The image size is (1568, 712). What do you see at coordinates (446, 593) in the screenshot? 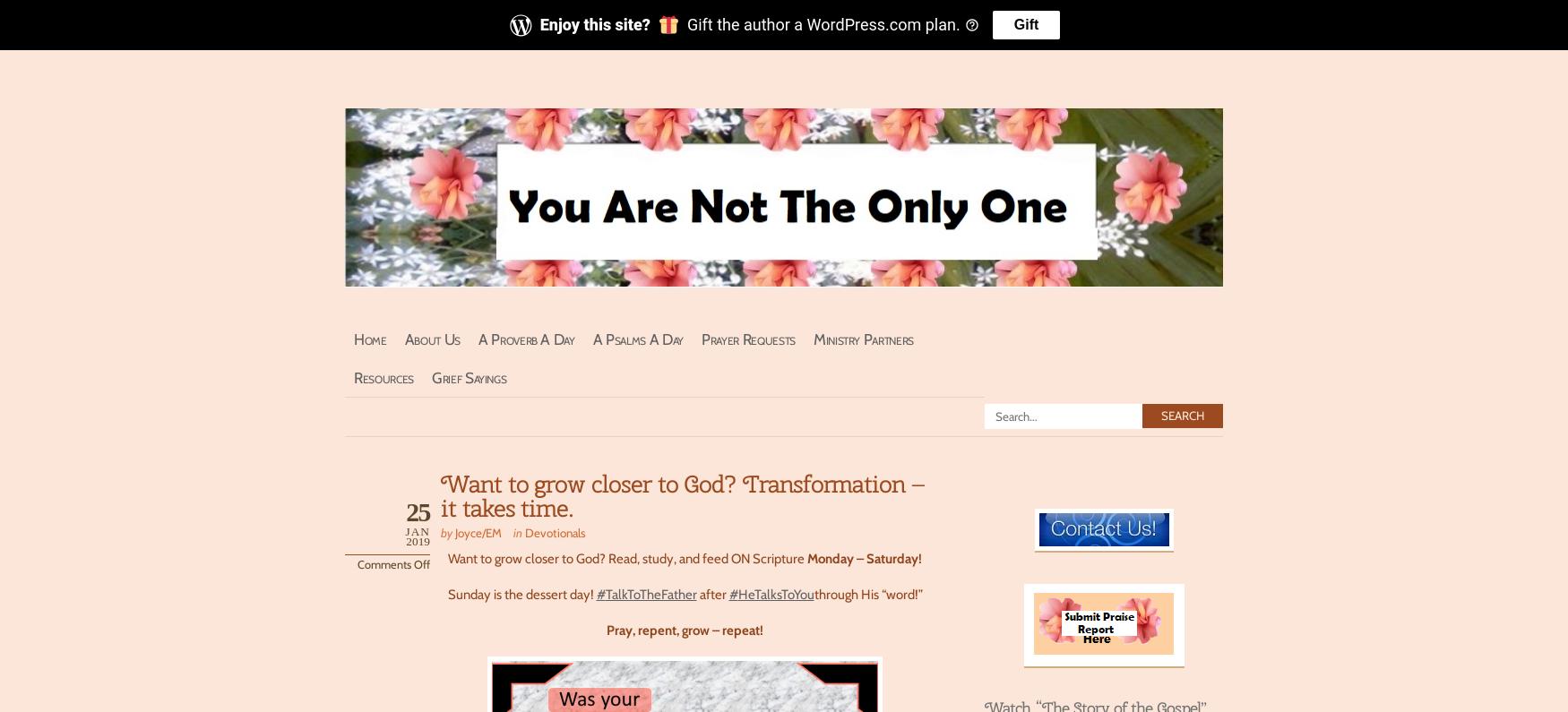
I see `'Sunday is the dessert day!'` at bounding box center [446, 593].